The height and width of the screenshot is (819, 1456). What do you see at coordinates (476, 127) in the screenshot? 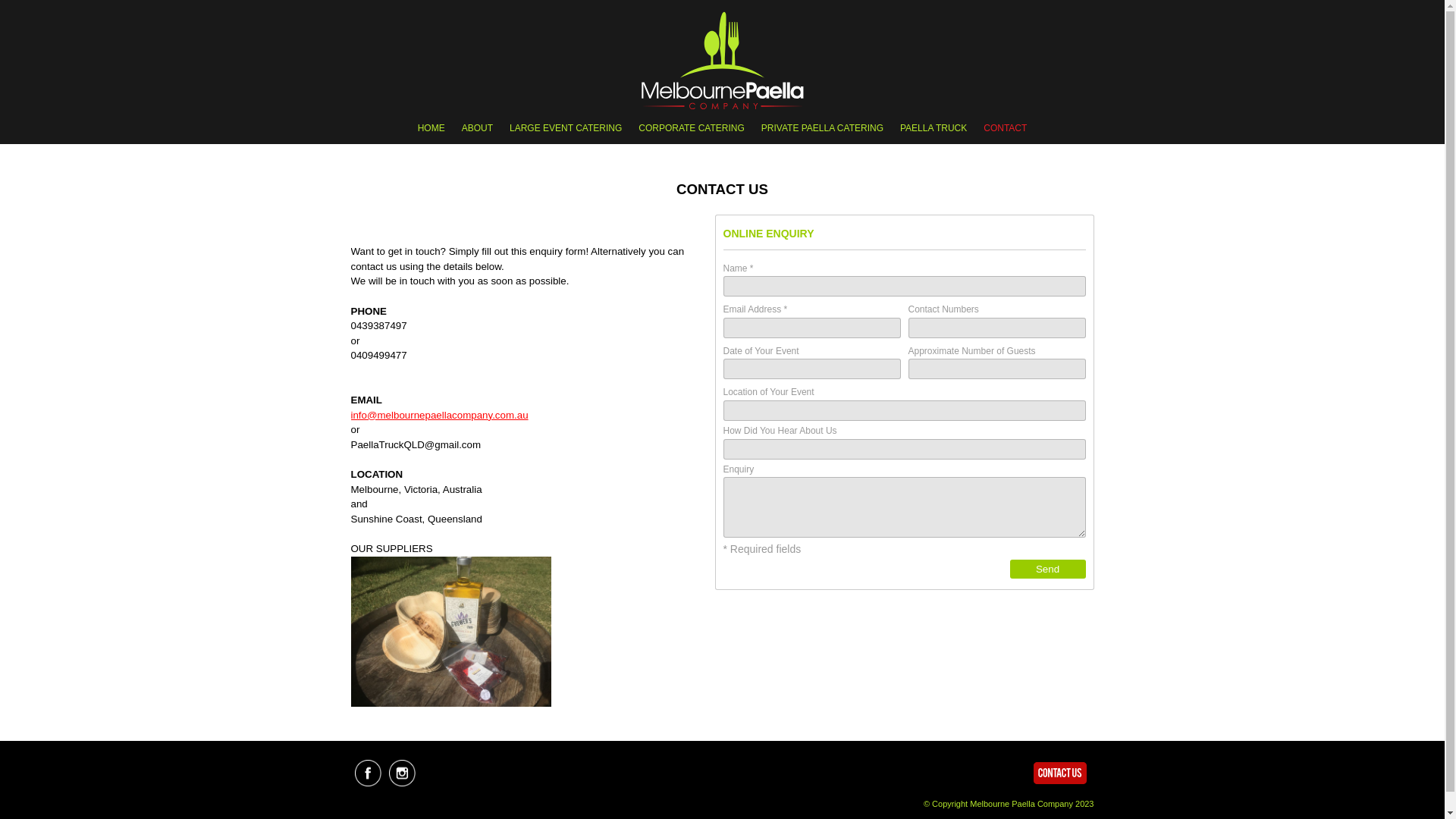
I see `'ABOUT'` at bounding box center [476, 127].